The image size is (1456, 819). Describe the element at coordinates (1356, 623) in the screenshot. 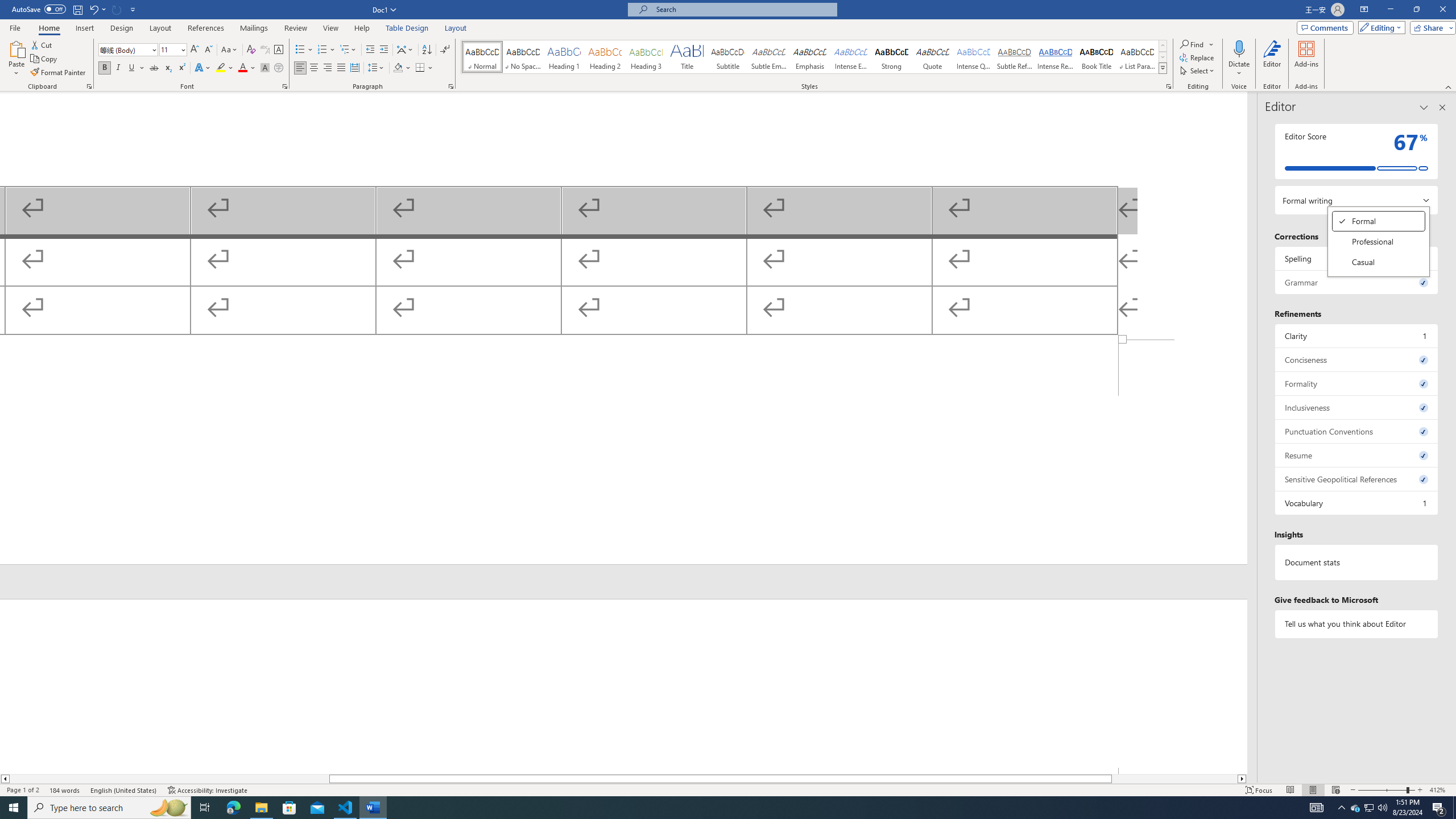

I see `'Tell us what you think about Editor'` at that location.